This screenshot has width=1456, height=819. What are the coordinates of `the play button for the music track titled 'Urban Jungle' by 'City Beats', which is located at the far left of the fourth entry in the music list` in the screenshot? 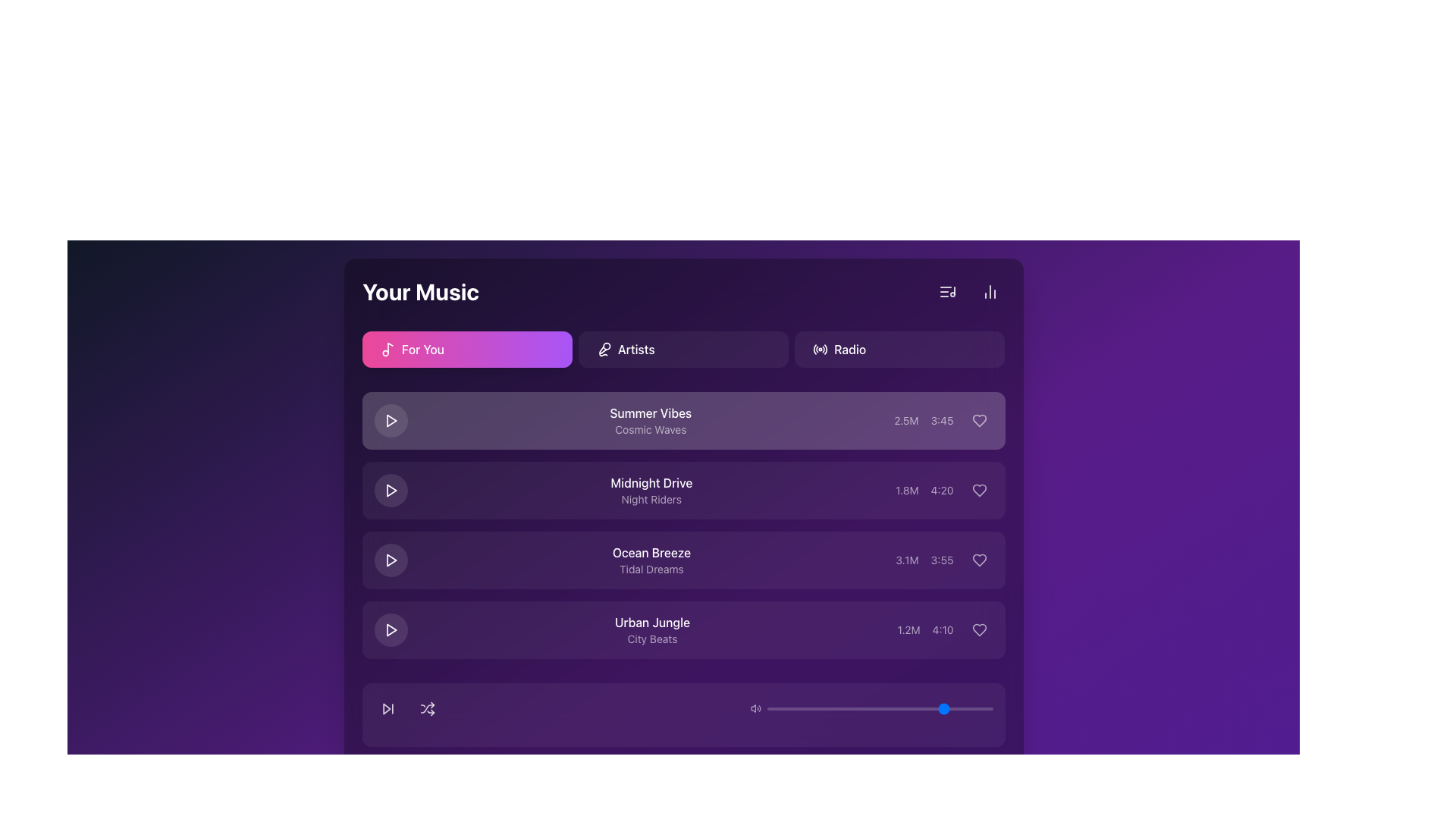 It's located at (391, 629).